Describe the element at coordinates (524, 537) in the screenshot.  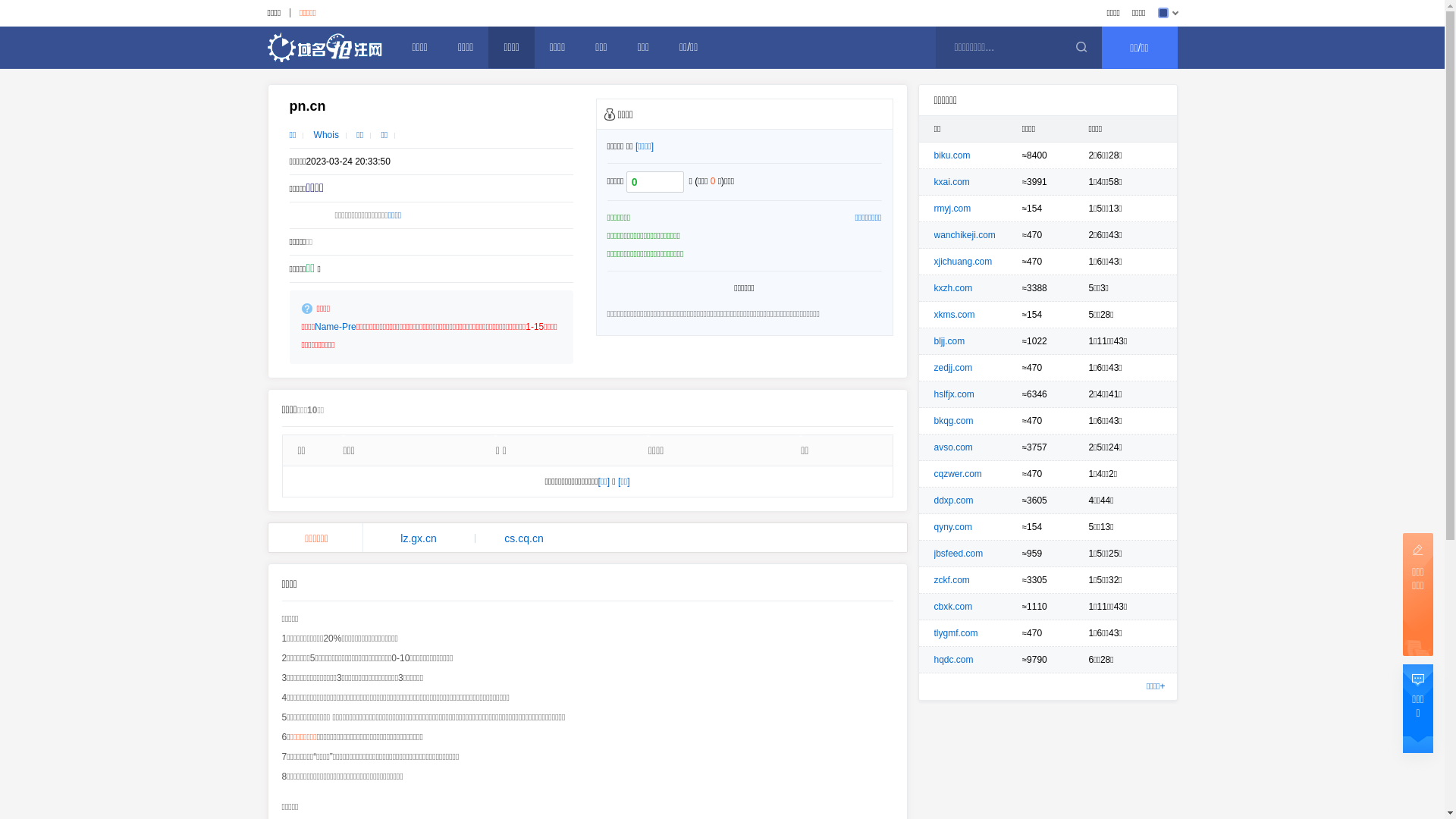
I see `'cs.cq.cn'` at that location.